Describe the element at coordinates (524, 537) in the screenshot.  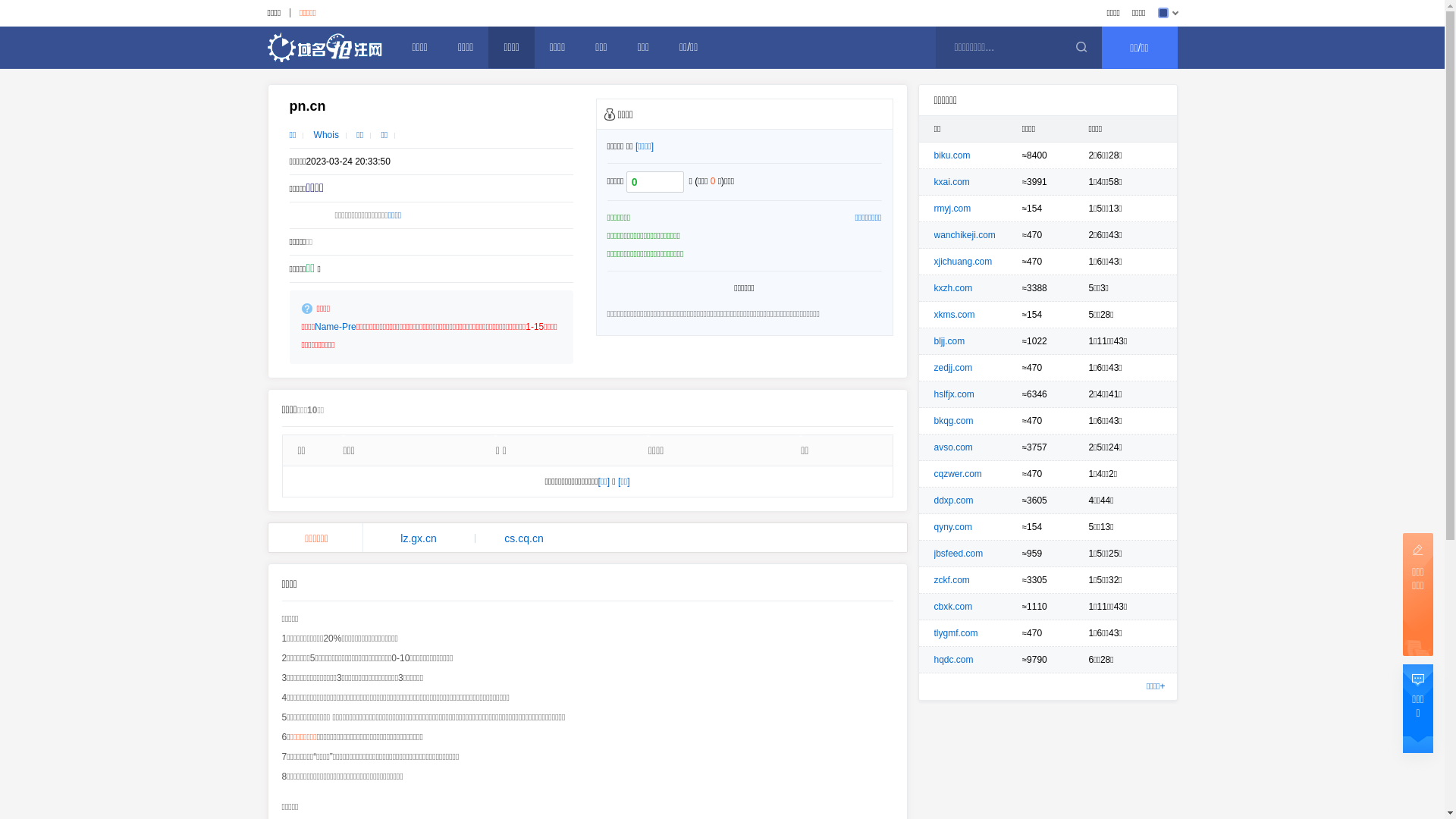
I see `'cs.cq.cn'` at that location.